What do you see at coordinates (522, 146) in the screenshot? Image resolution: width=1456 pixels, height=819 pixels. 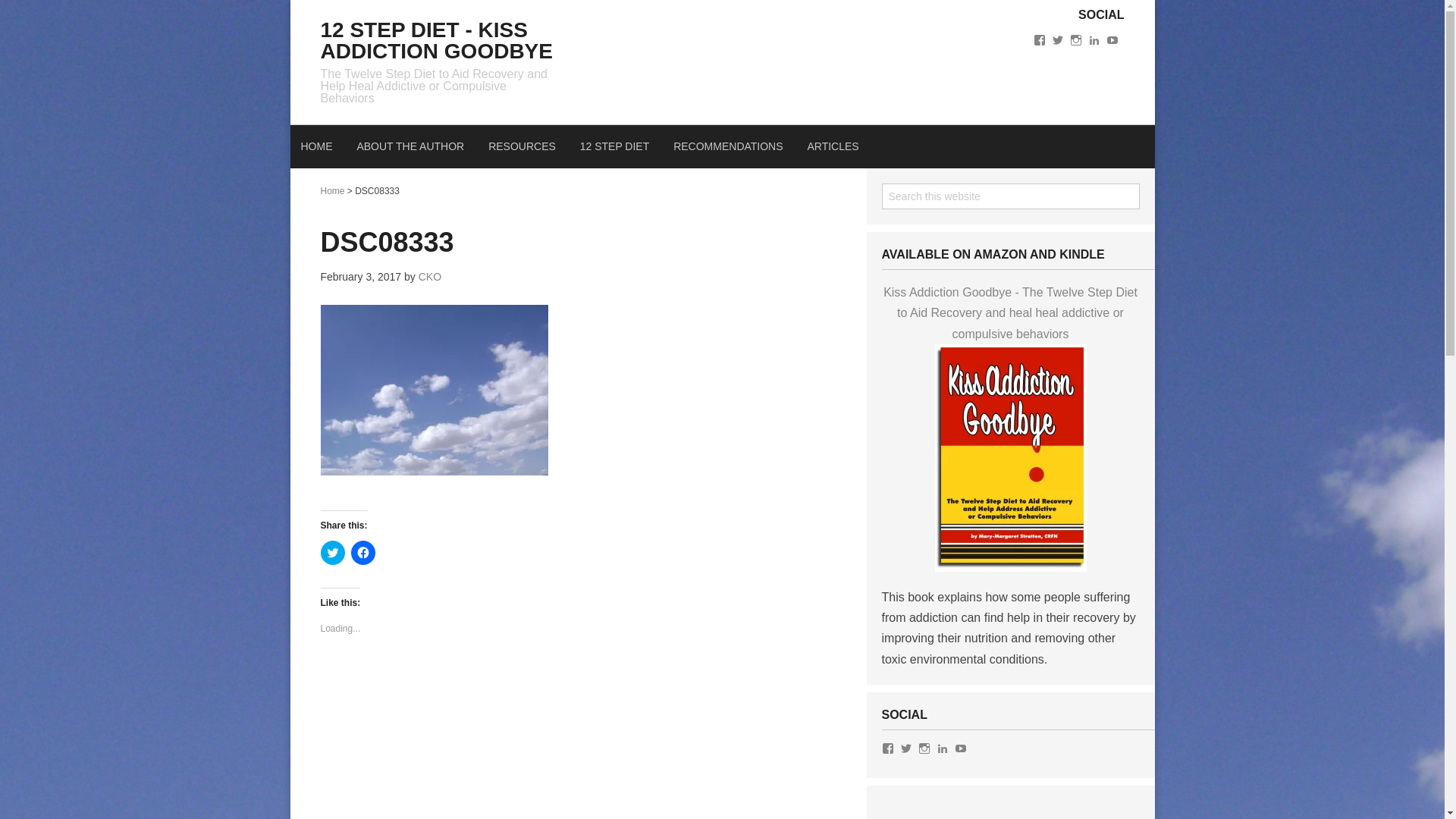 I see `'RESOURCES'` at bounding box center [522, 146].